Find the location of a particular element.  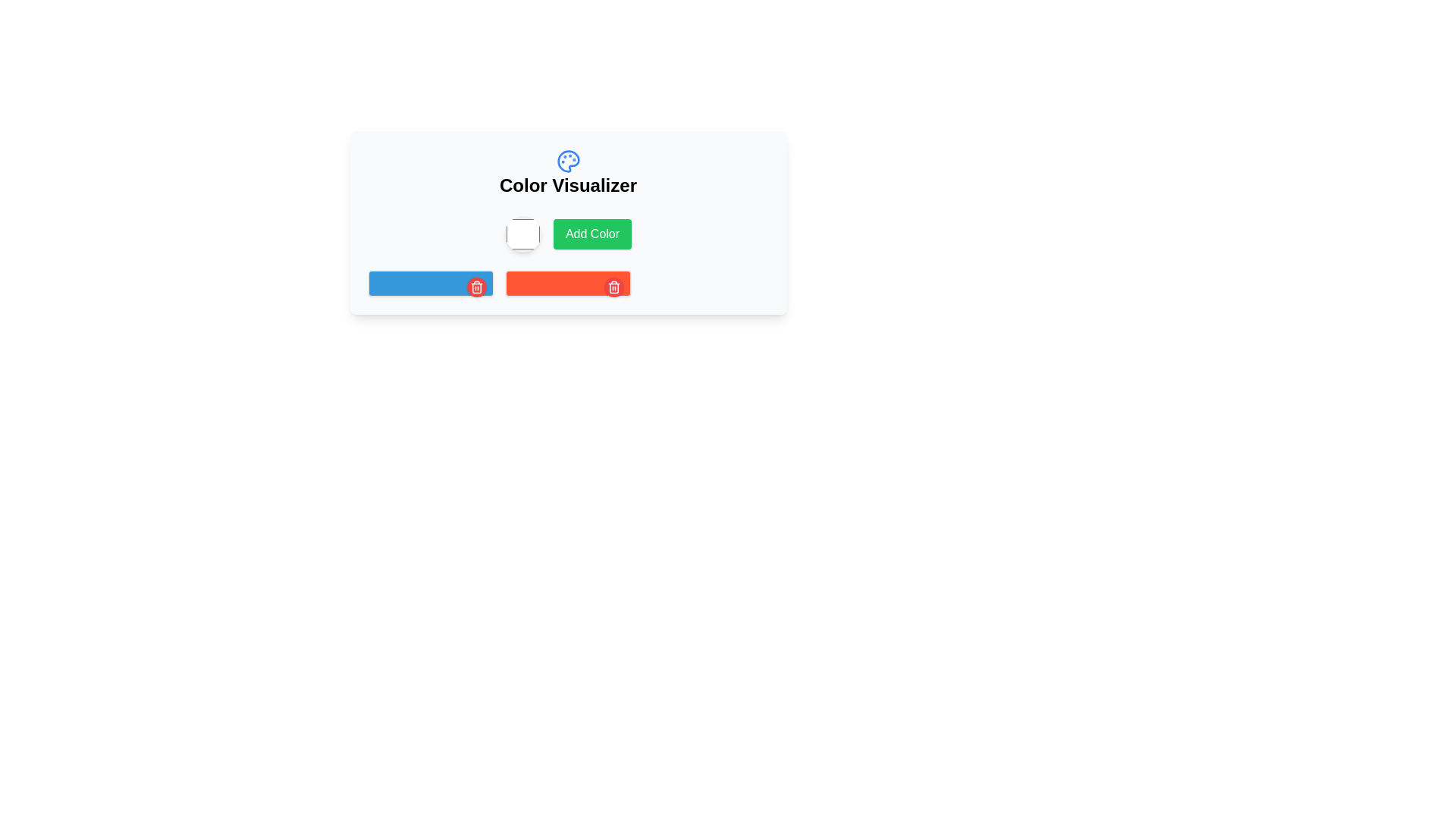

the Color Picker Button, which is a circular button with a white color fill is located at coordinates (522, 234).